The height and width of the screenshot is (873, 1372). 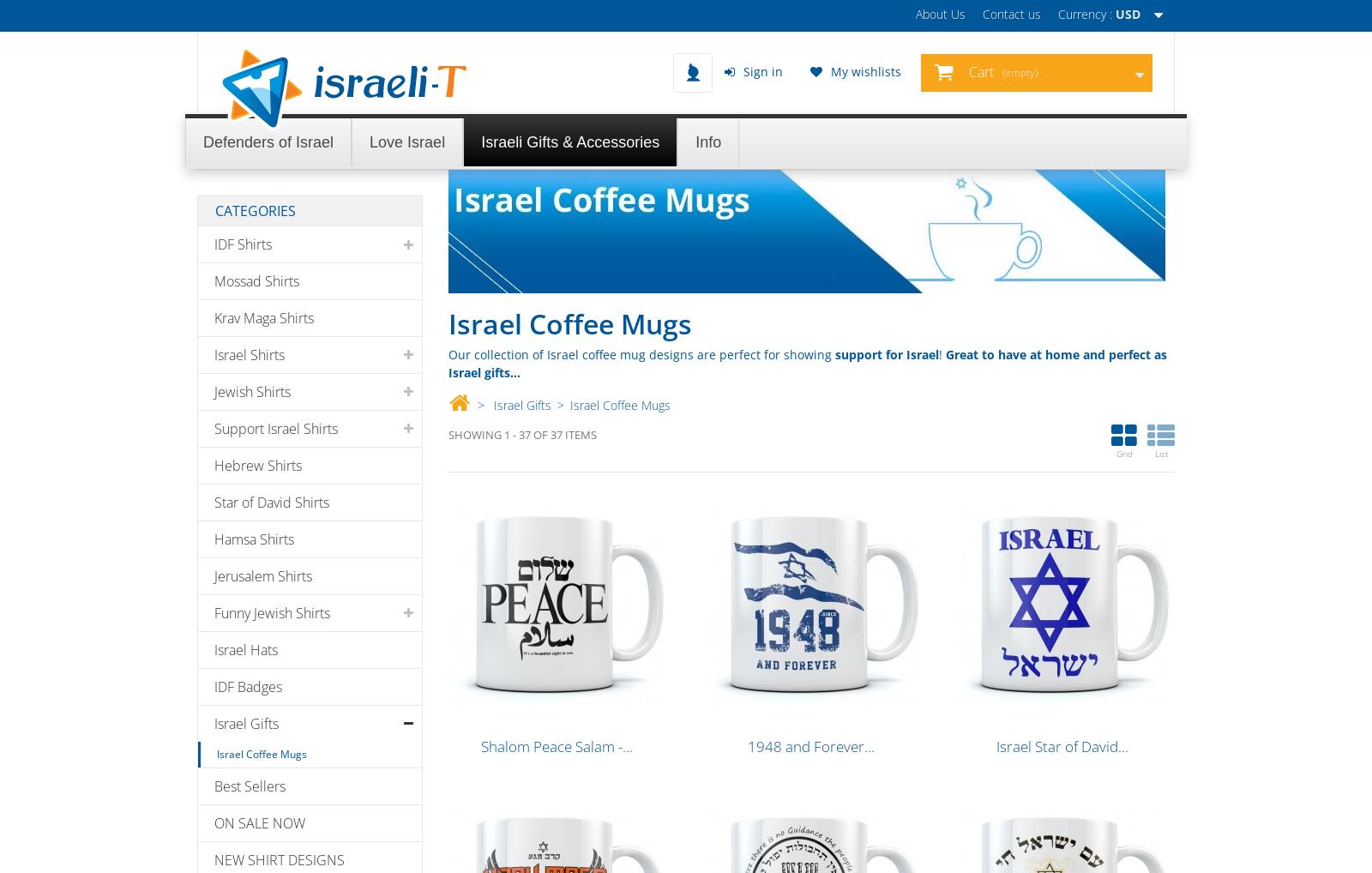 What do you see at coordinates (214, 390) in the screenshot?
I see `'Jewish Shirts'` at bounding box center [214, 390].